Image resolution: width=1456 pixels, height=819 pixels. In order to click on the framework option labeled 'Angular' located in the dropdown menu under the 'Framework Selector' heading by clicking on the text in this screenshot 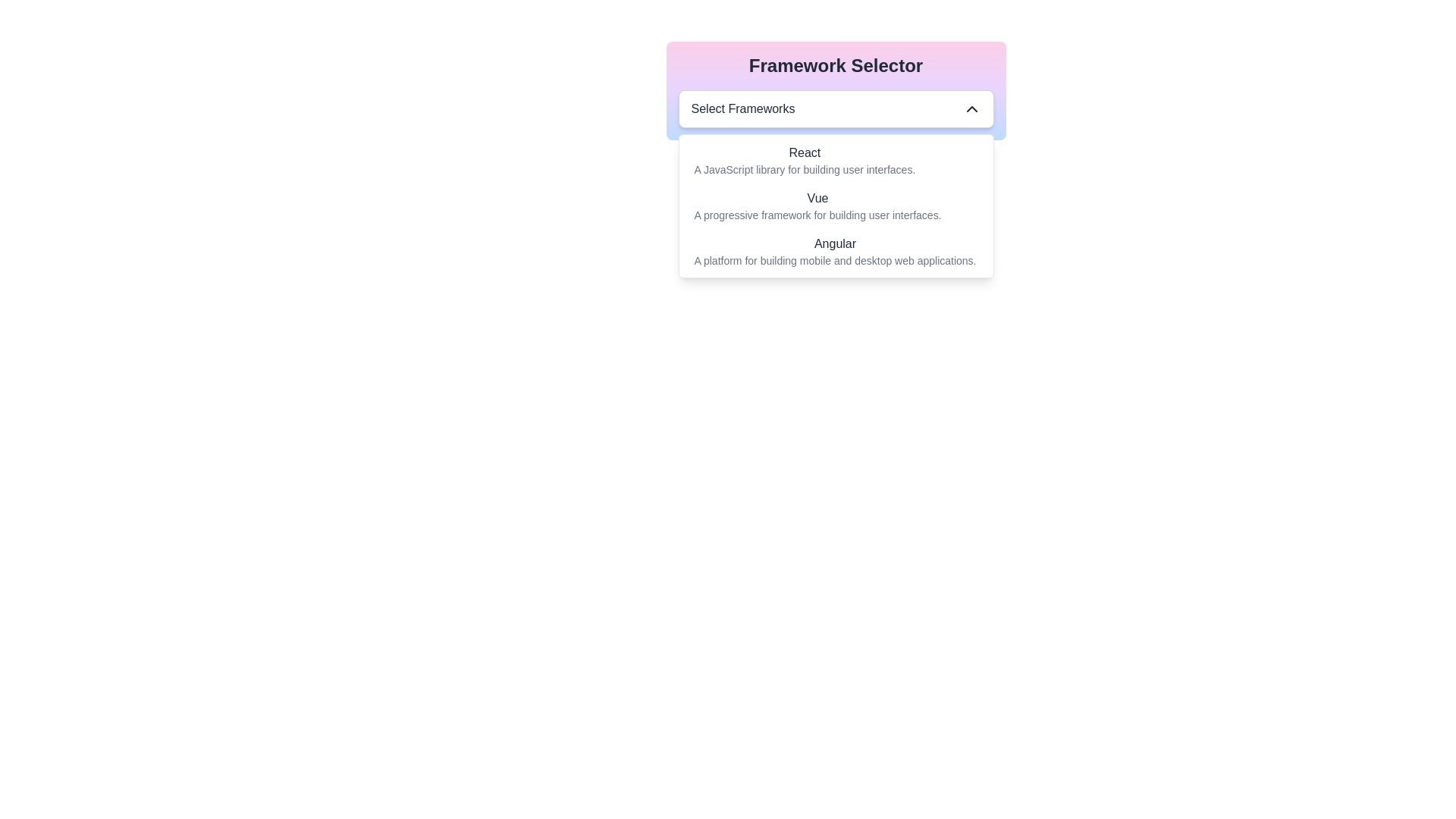, I will do `click(834, 243)`.